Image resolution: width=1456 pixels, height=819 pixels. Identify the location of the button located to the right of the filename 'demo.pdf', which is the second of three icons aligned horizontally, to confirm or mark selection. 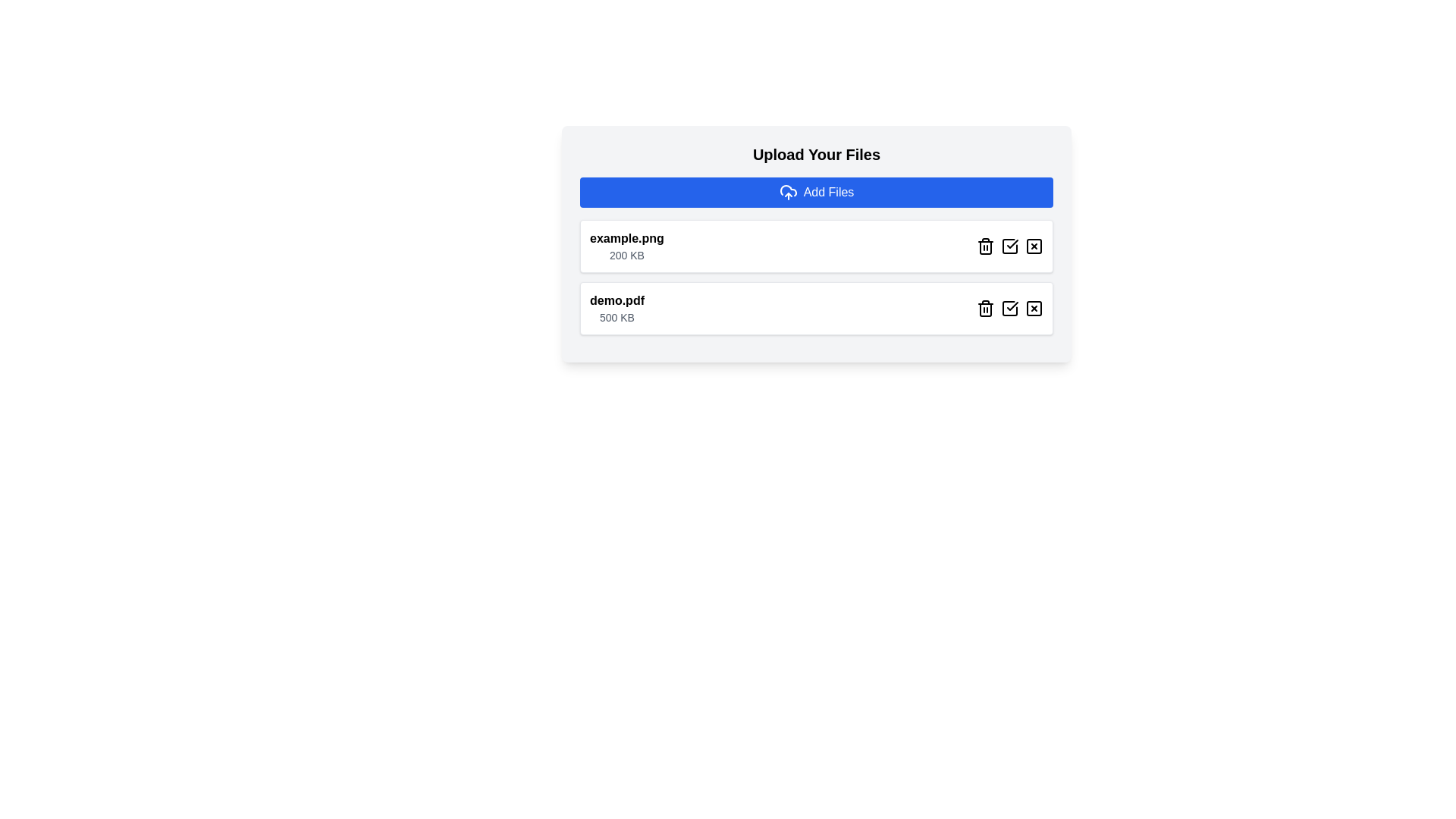
(1009, 308).